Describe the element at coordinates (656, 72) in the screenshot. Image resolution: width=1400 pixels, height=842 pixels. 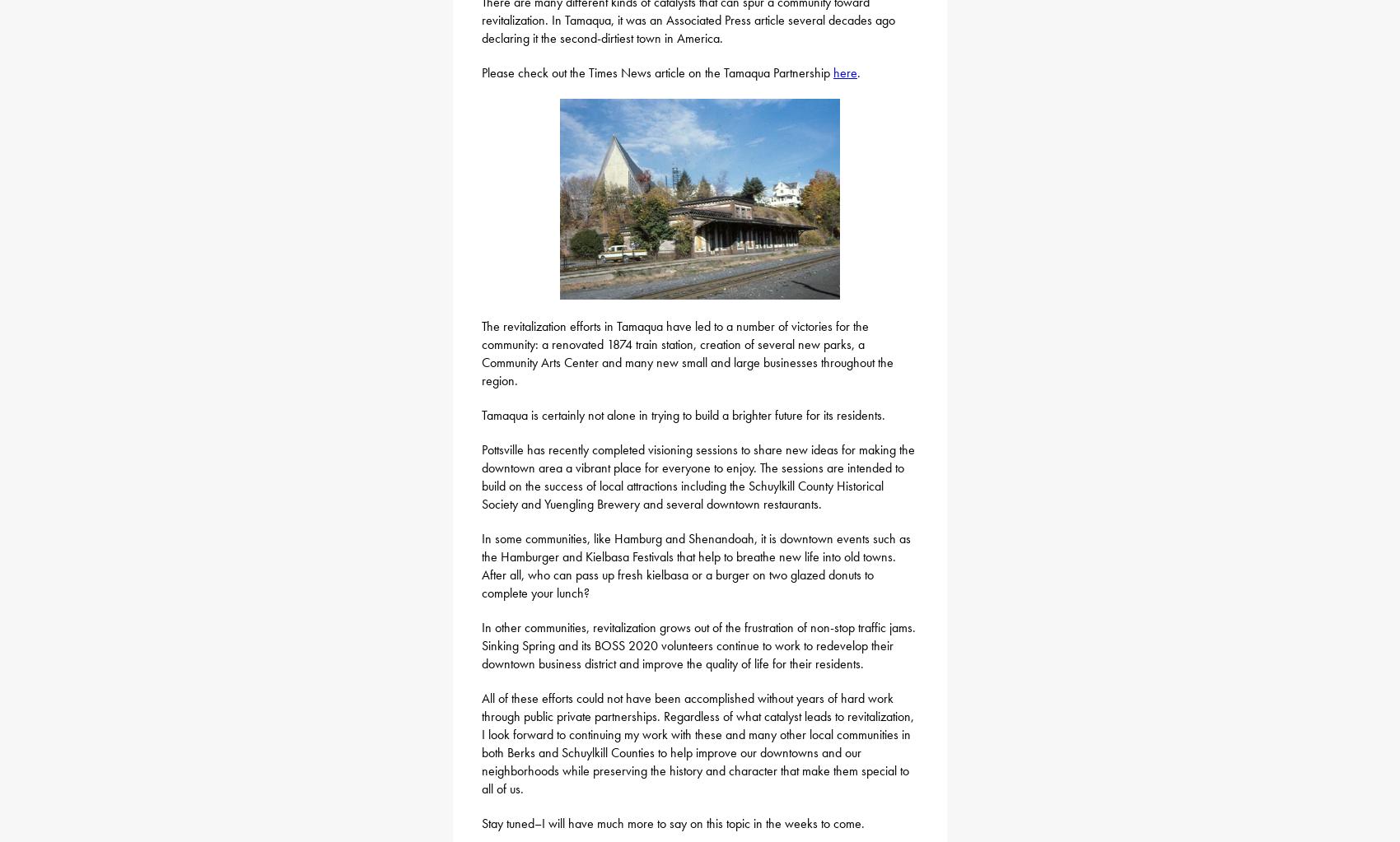
I see `'Please check out the Times News article on the Tamaqua Partnership'` at that location.